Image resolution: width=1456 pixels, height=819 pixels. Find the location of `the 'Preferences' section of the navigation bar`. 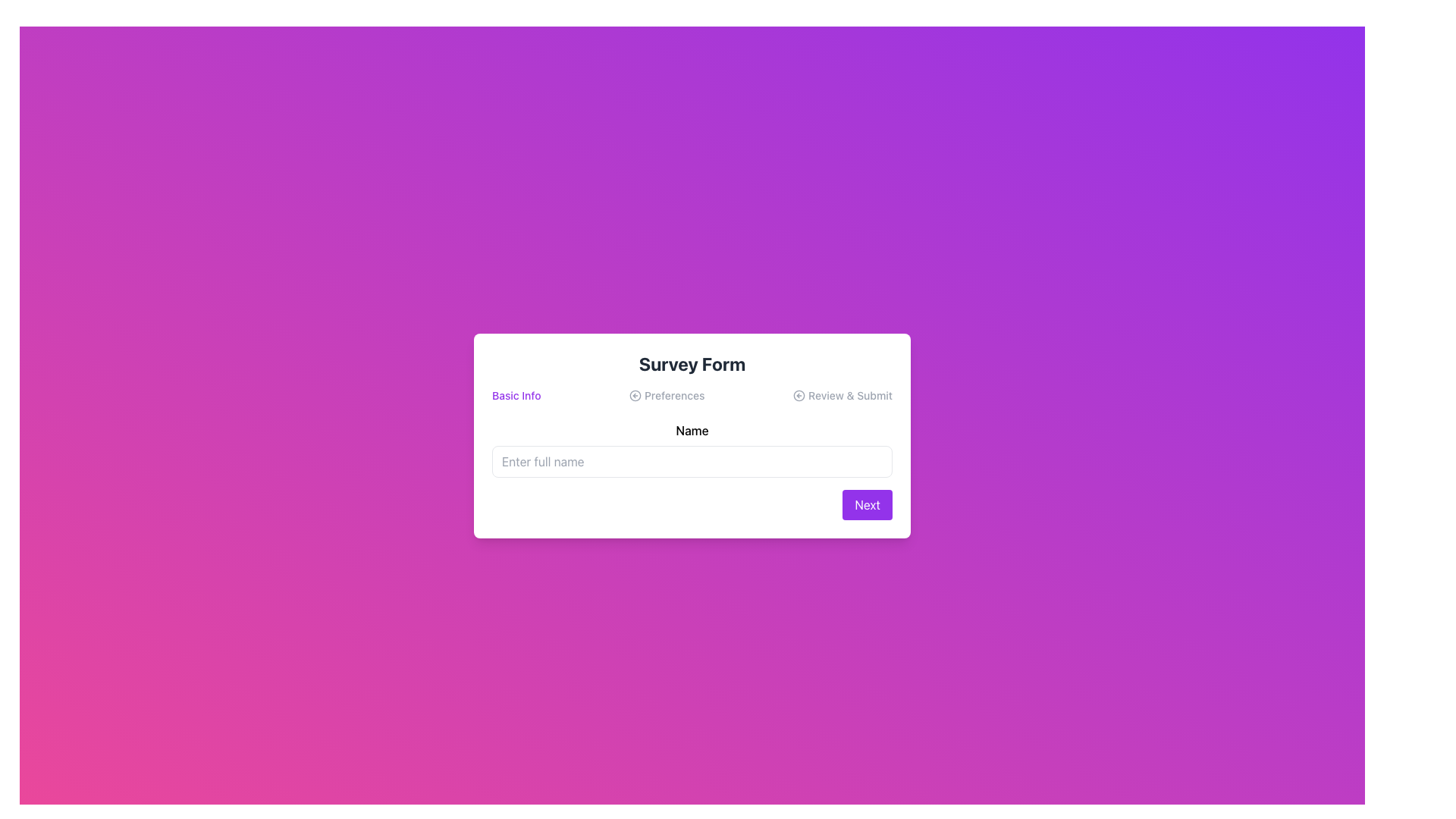

the 'Preferences' section of the navigation bar is located at coordinates (691, 394).